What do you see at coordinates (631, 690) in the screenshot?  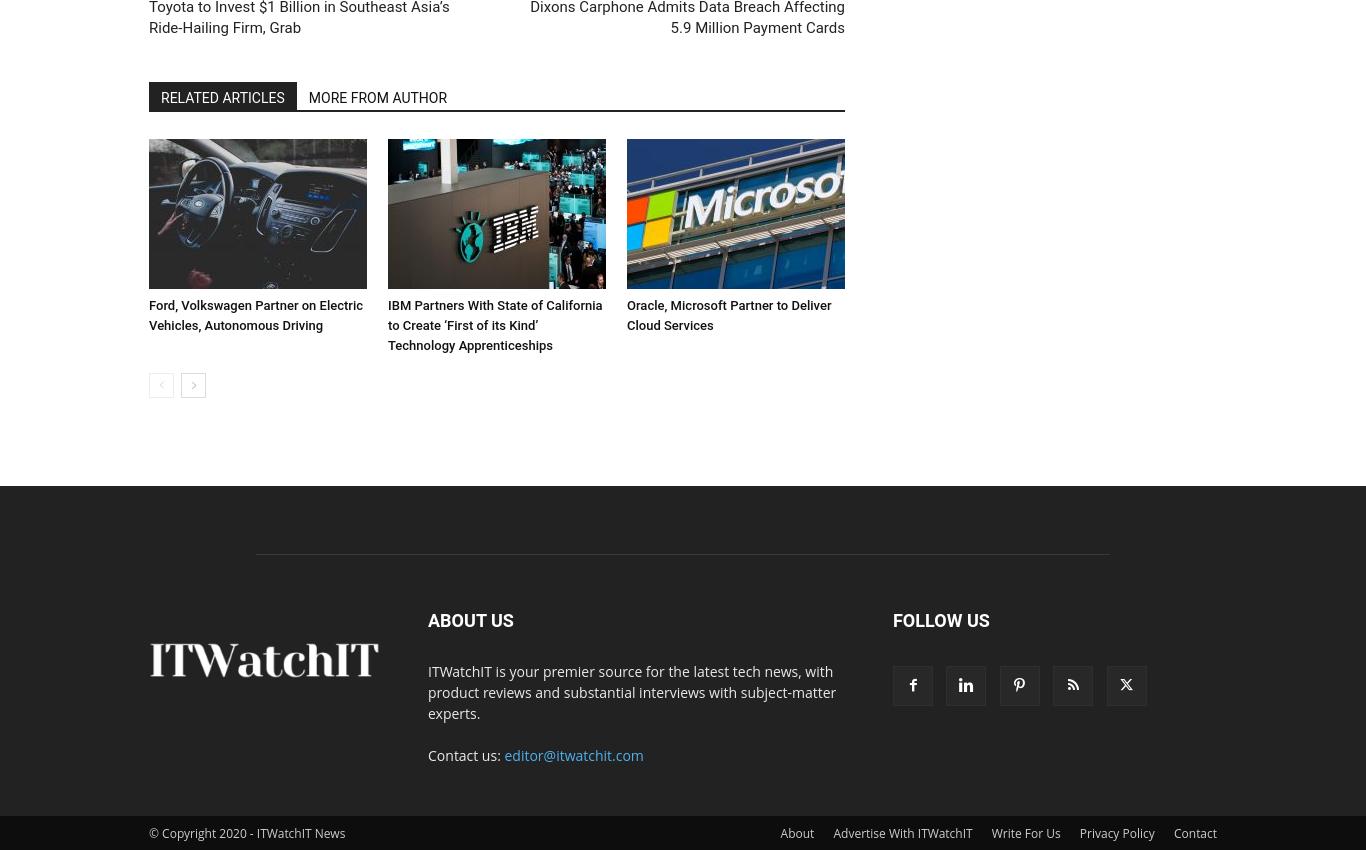 I see `'ITWatchIT is your premier source for the latest tech news, with product reviews and substantial interviews with subject-matter experts.'` at bounding box center [631, 690].